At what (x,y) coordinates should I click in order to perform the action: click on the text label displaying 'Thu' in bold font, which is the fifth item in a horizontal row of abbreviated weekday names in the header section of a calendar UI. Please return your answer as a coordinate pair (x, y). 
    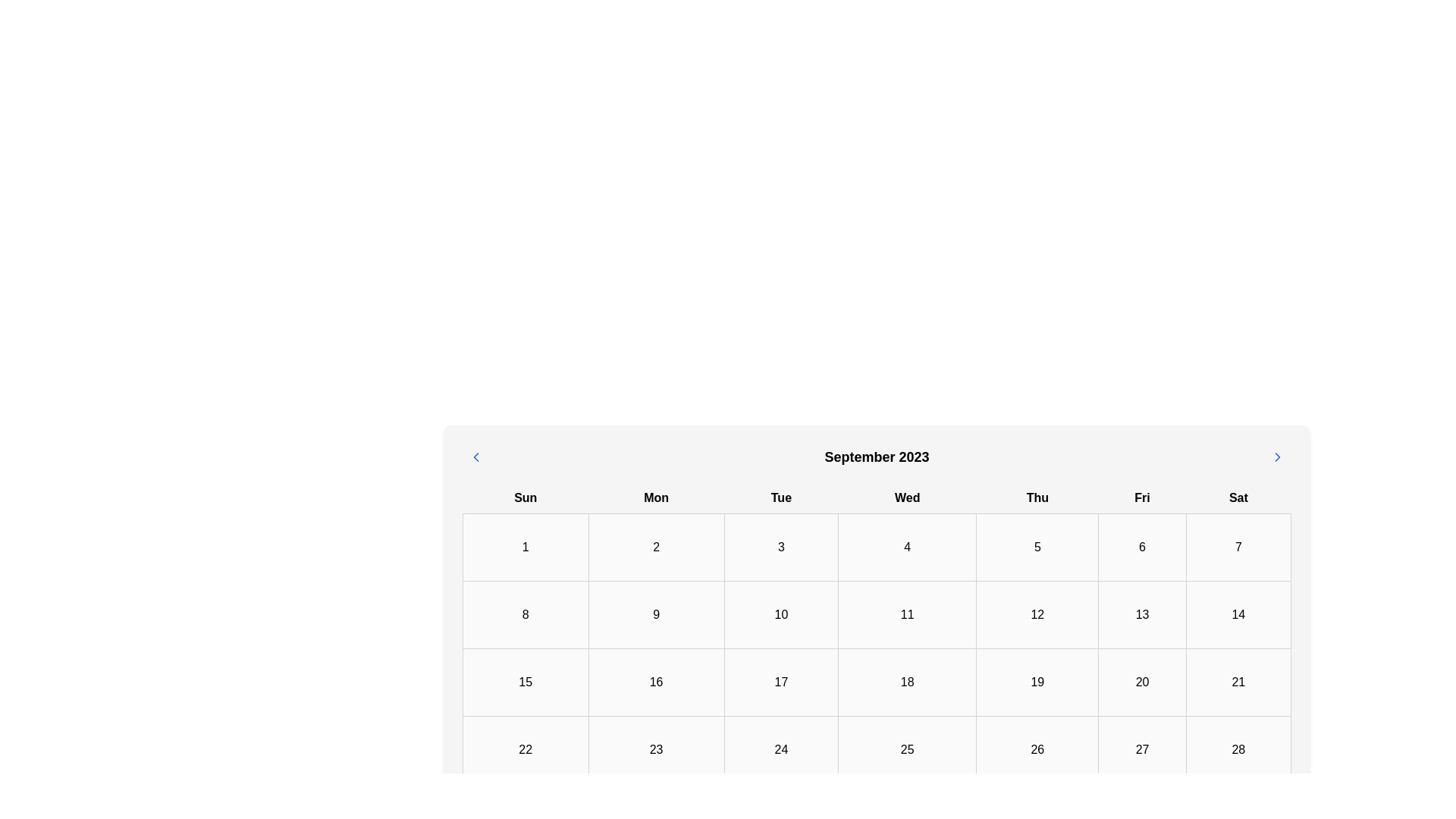
    Looking at the image, I should click on (1037, 498).